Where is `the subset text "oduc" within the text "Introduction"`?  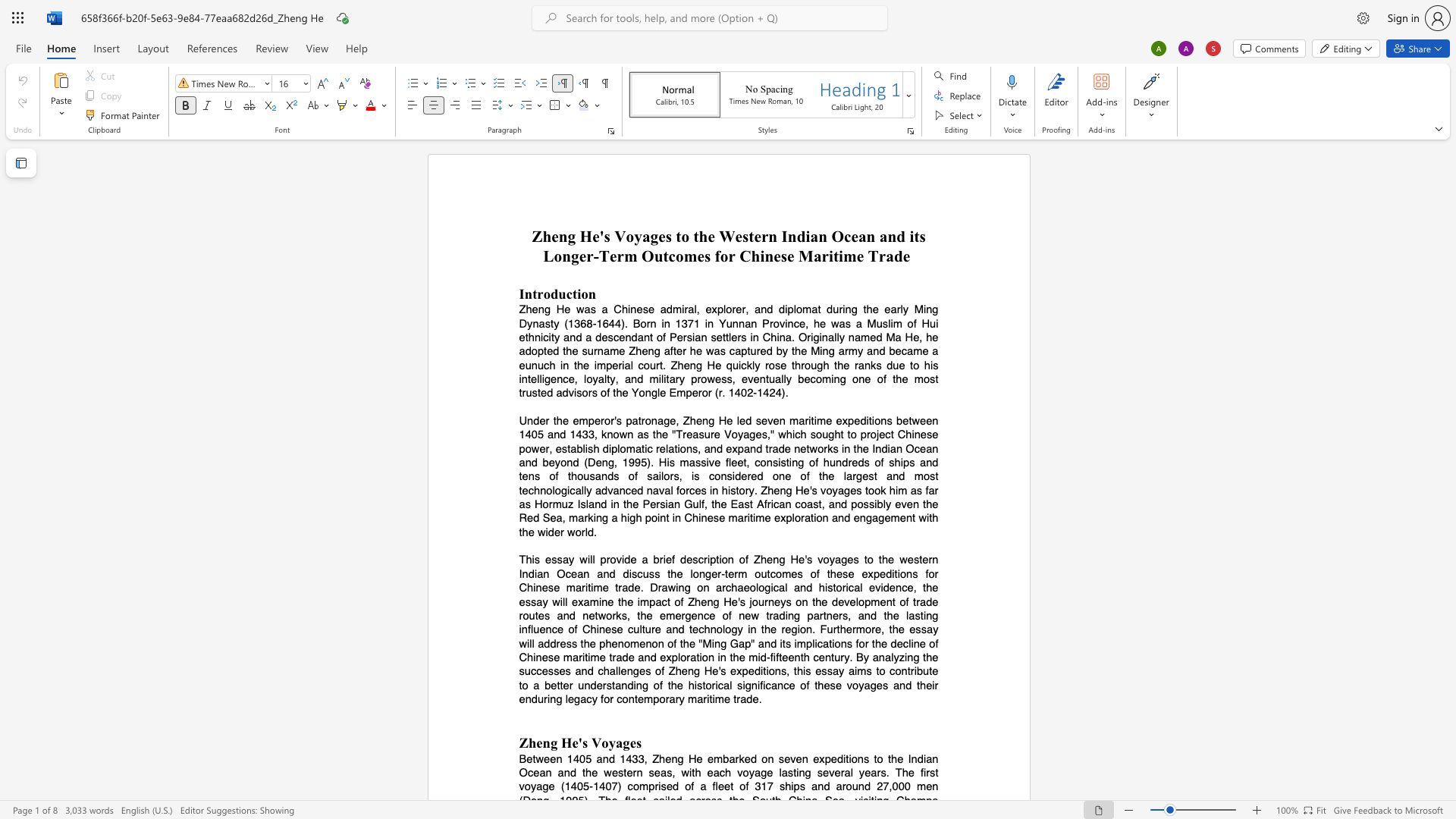 the subset text "oduc" within the text "Introduction" is located at coordinates (543, 293).